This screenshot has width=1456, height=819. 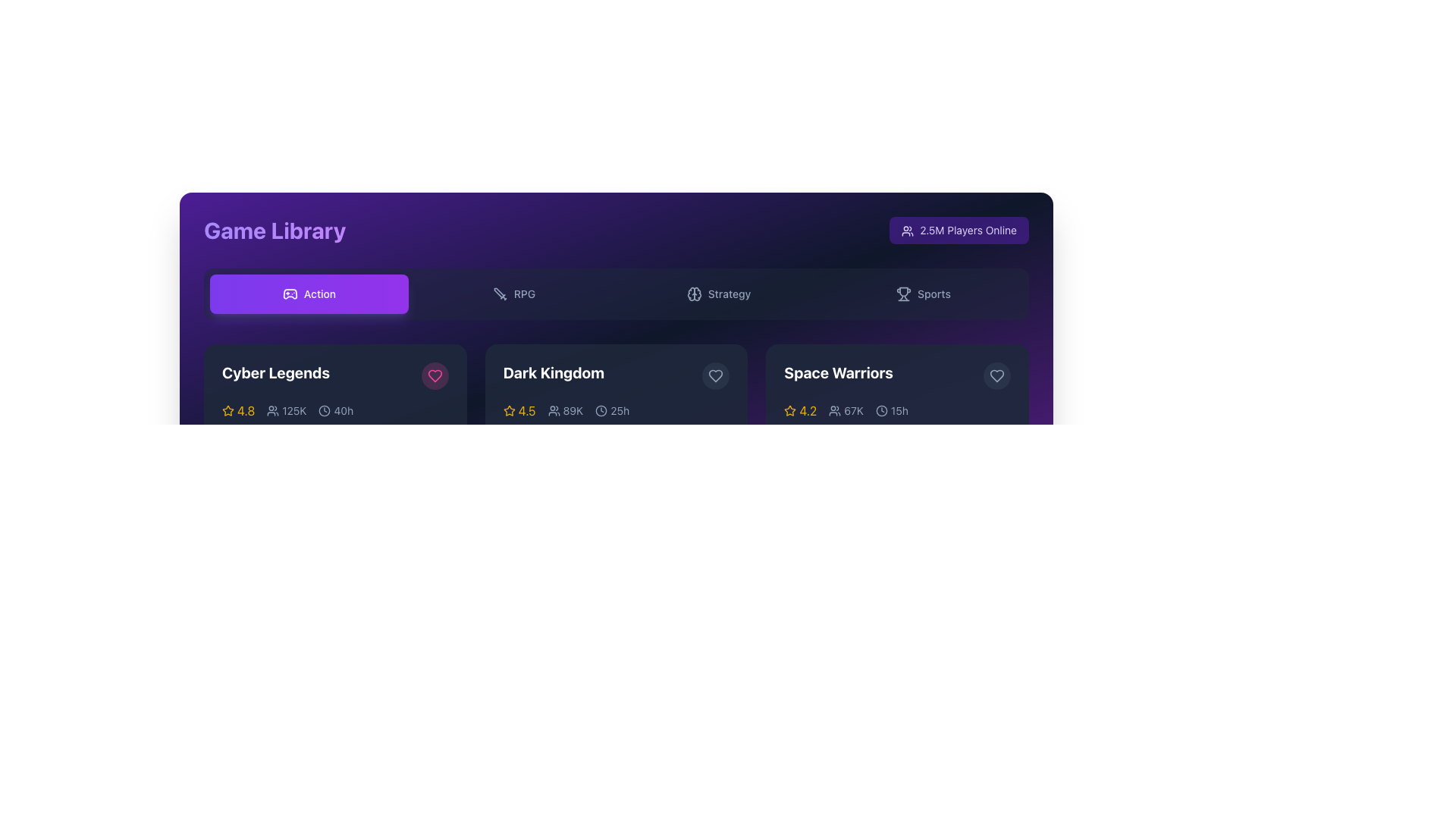 What do you see at coordinates (227, 411) in the screenshot?
I see `the star icon with an outlined shape filled with yellow color, located adjacent to the score text '4.8' below the game title 'Cyber Legends'` at bounding box center [227, 411].